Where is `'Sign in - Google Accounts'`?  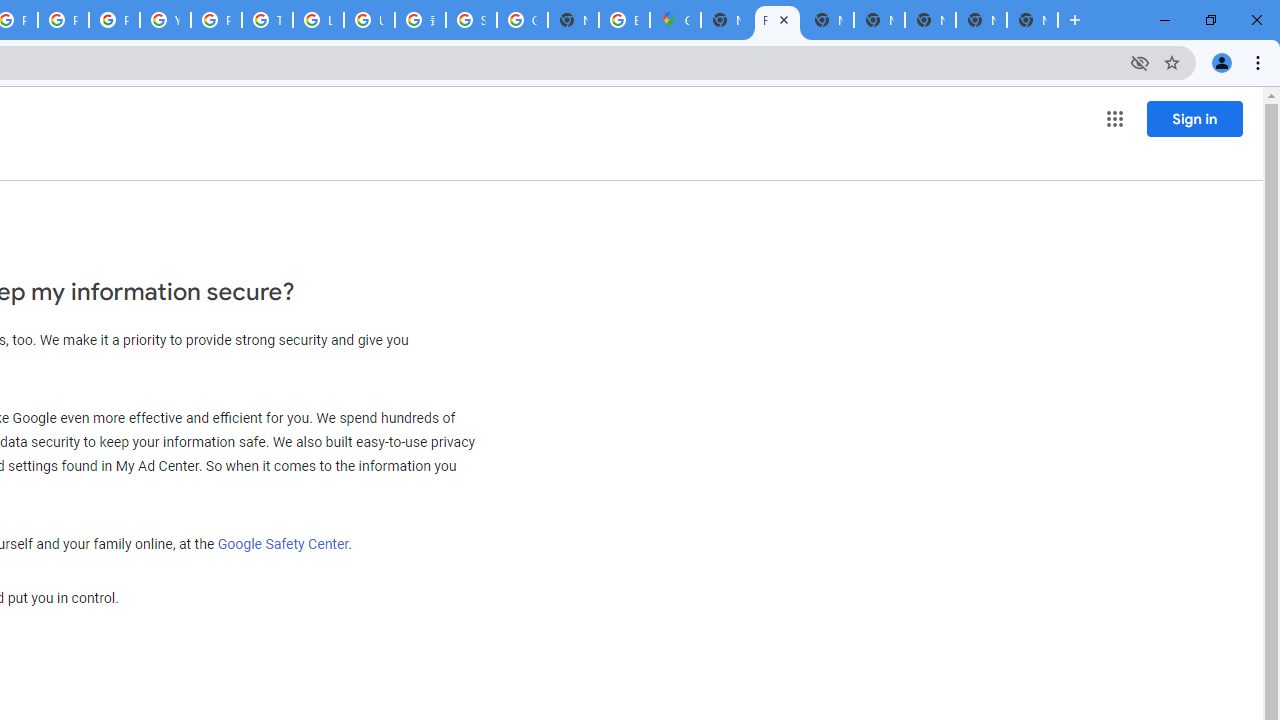
'Sign in - Google Accounts' is located at coordinates (470, 20).